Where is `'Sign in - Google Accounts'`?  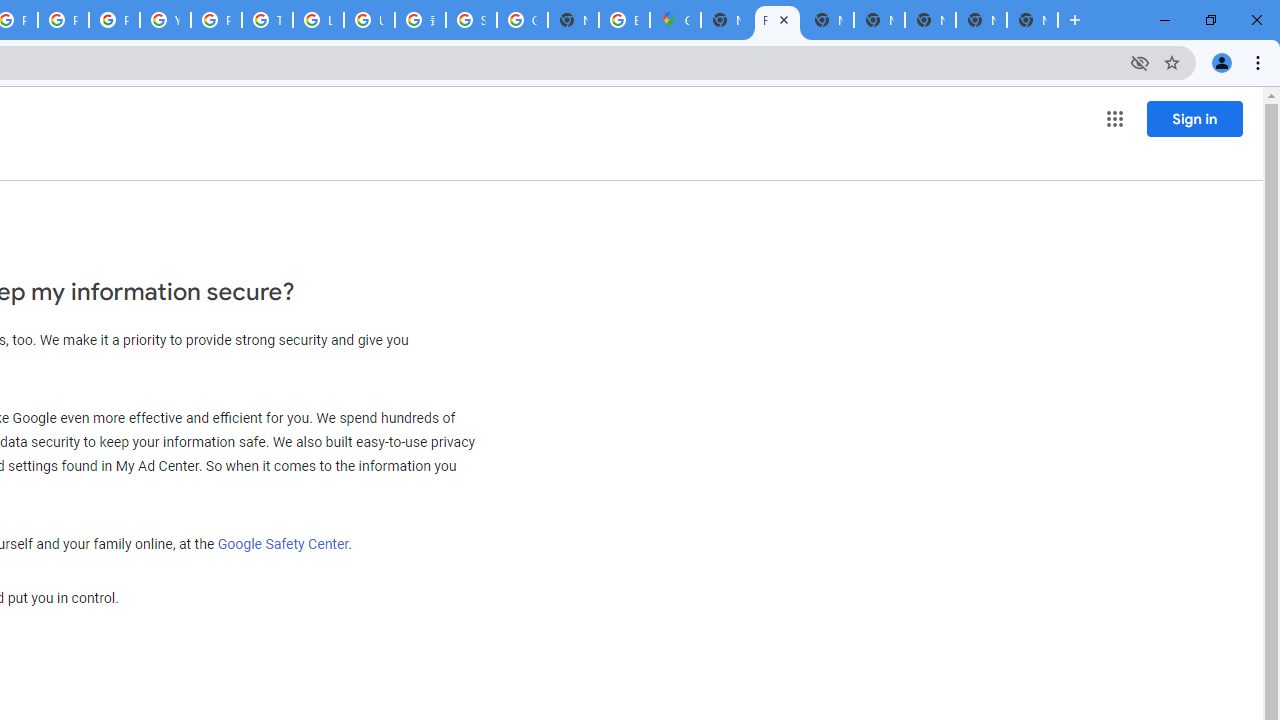
'Sign in - Google Accounts' is located at coordinates (470, 20).